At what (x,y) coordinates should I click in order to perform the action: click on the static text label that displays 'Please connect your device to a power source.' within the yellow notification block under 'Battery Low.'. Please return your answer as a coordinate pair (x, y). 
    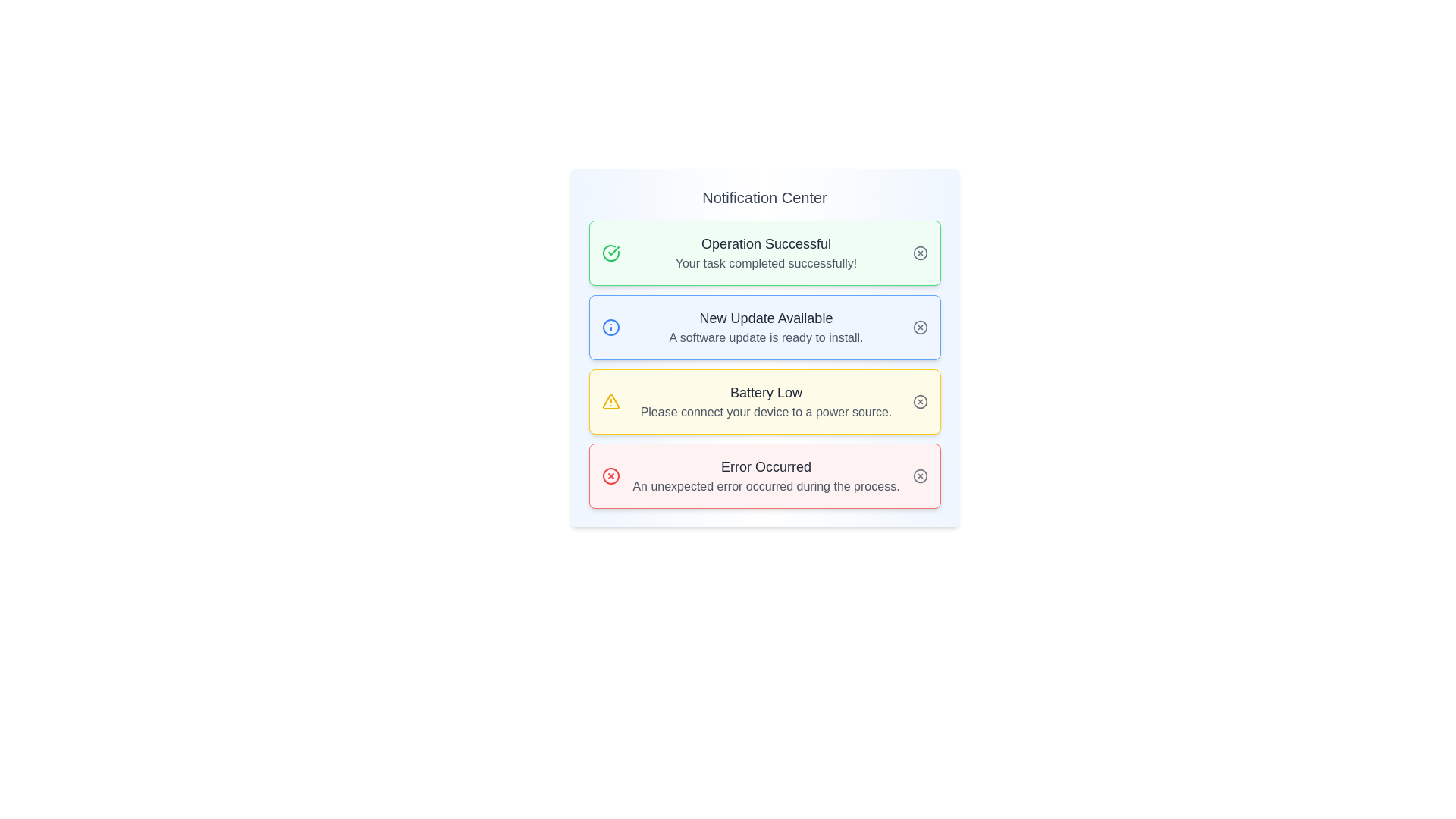
    Looking at the image, I should click on (766, 412).